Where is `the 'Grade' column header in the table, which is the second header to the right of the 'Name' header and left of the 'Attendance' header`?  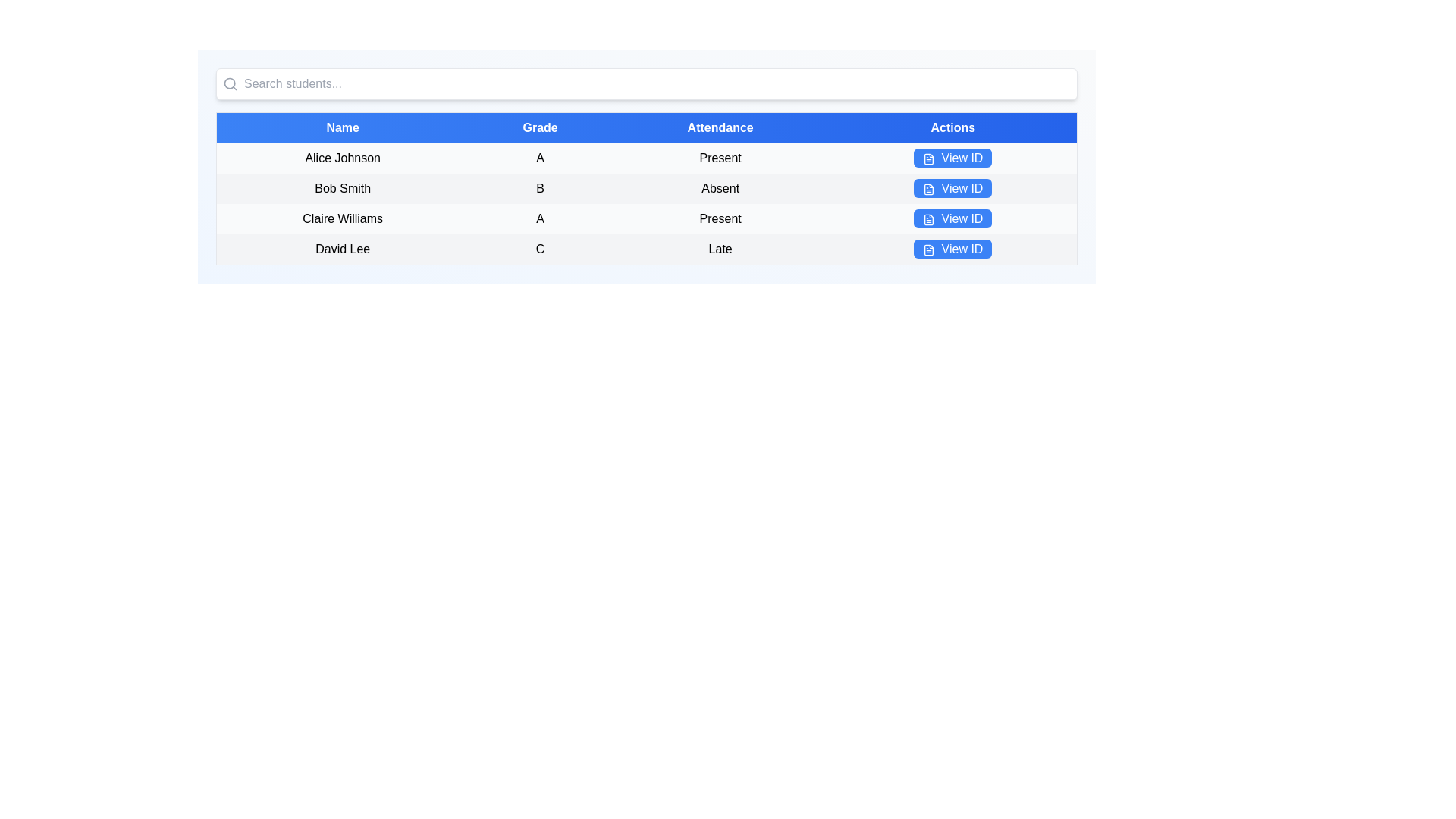
the 'Grade' column header in the table, which is the second header to the right of the 'Name' header and left of the 'Attendance' header is located at coordinates (540, 127).